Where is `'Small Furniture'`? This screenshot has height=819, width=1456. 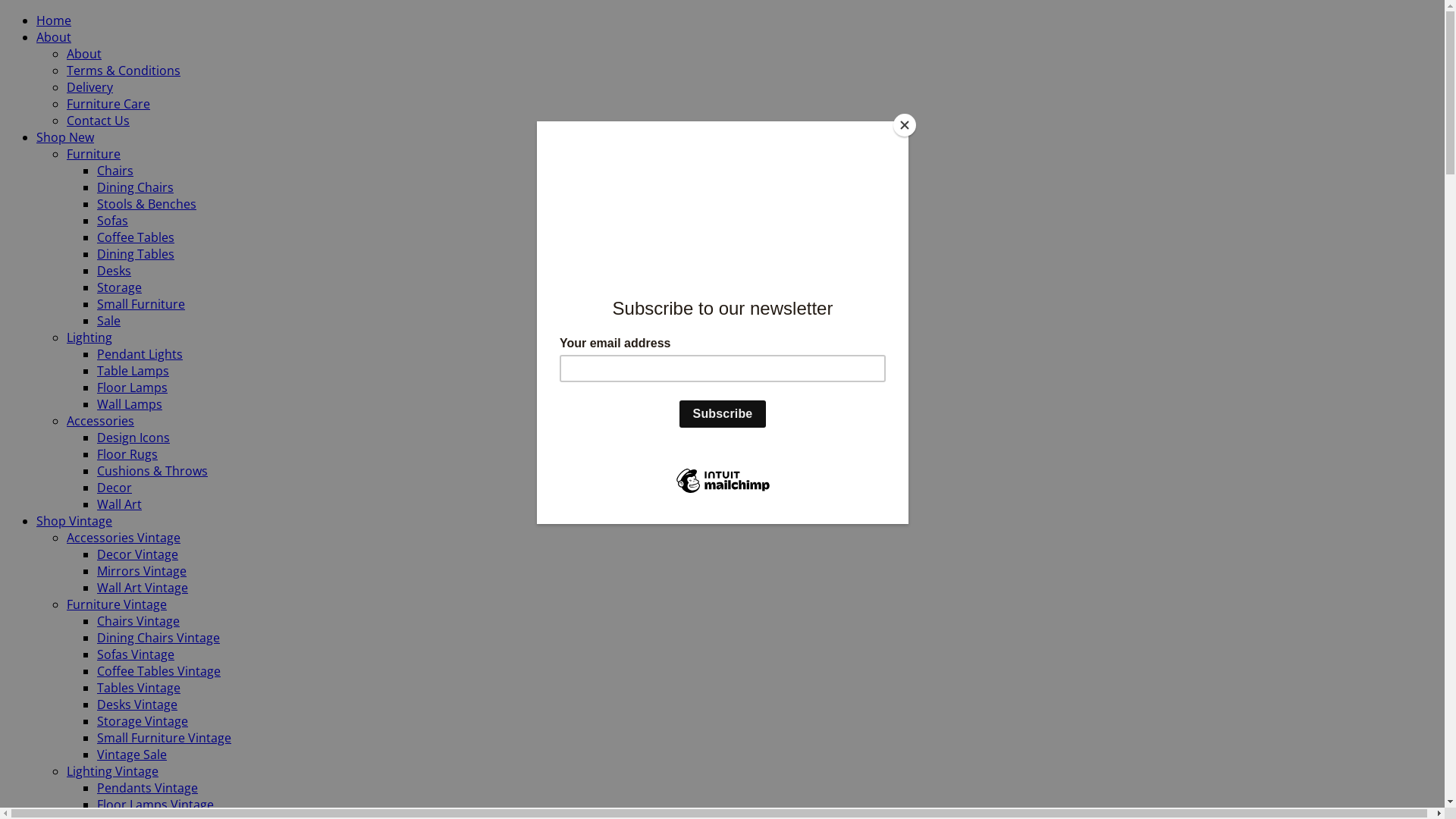 'Small Furniture' is located at coordinates (141, 304).